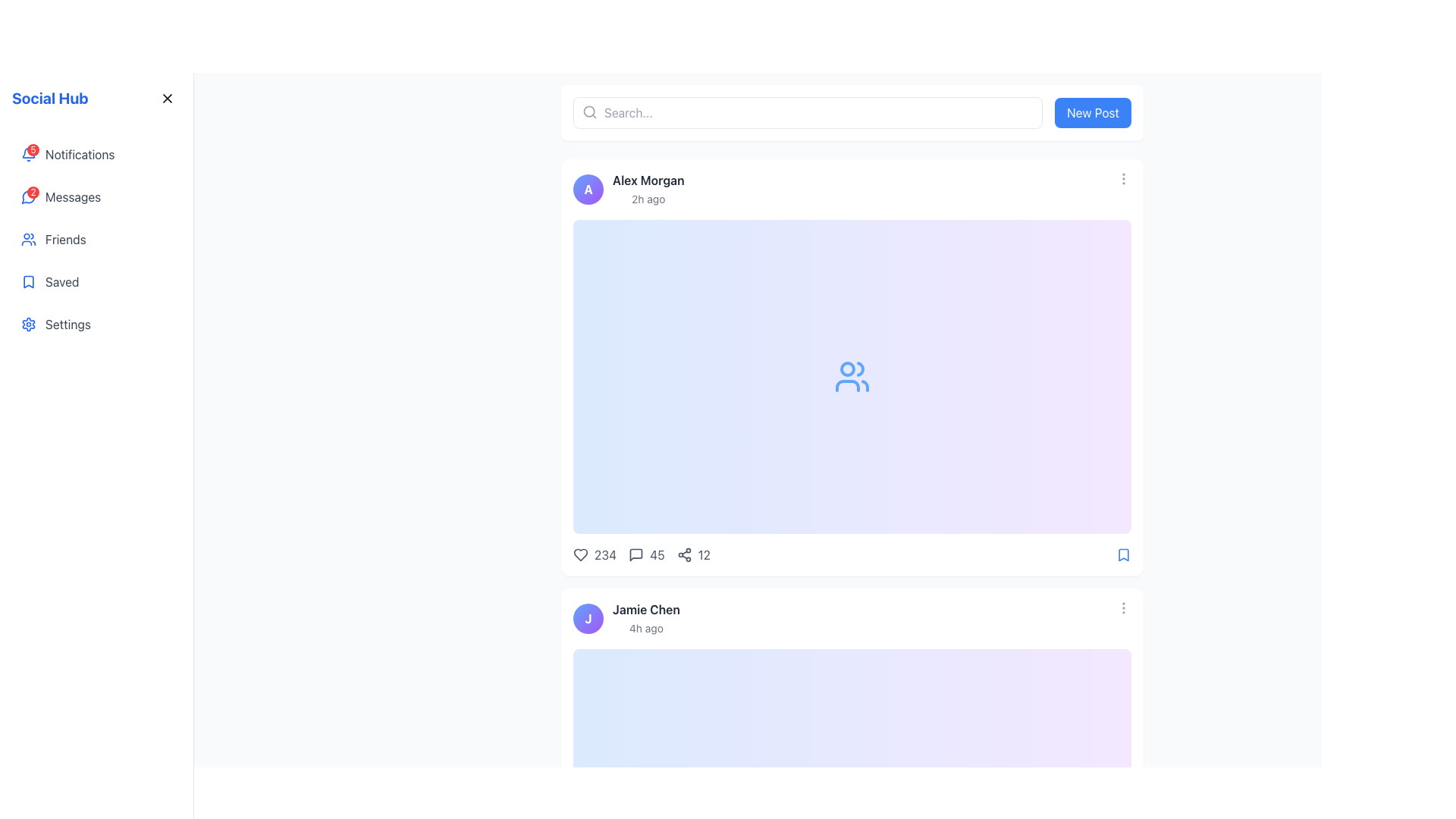 Image resolution: width=1456 pixels, height=819 pixels. Describe the element at coordinates (580, 555) in the screenshot. I see `the heart icon to like the post, which has a hollow outline and is located next to the numeric text indicating the count of interactions` at that location.